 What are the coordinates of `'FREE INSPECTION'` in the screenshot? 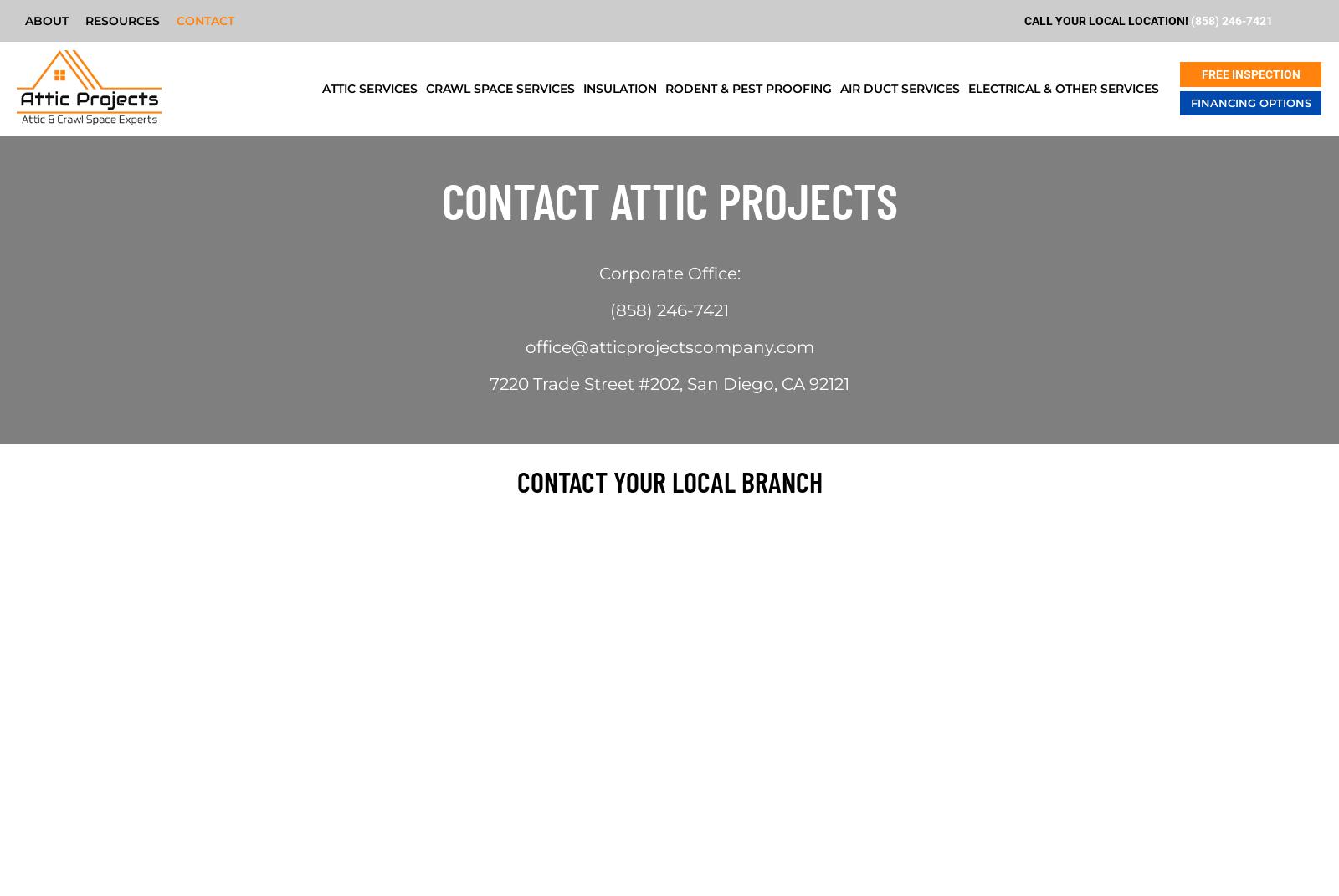 It's located at (1249, 74).